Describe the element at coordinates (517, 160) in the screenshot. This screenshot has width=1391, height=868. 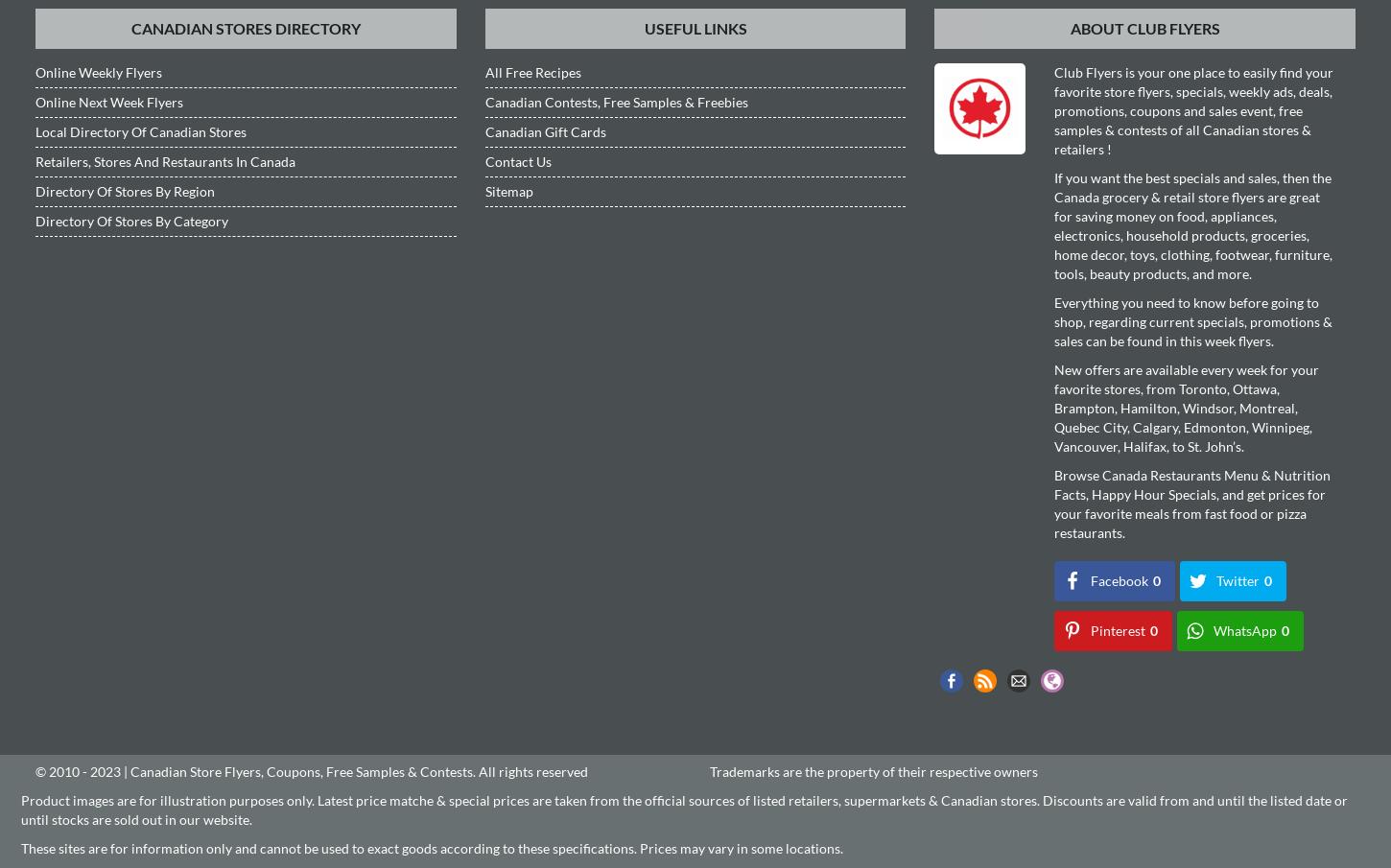
I see `'Contact Us'` at that location.